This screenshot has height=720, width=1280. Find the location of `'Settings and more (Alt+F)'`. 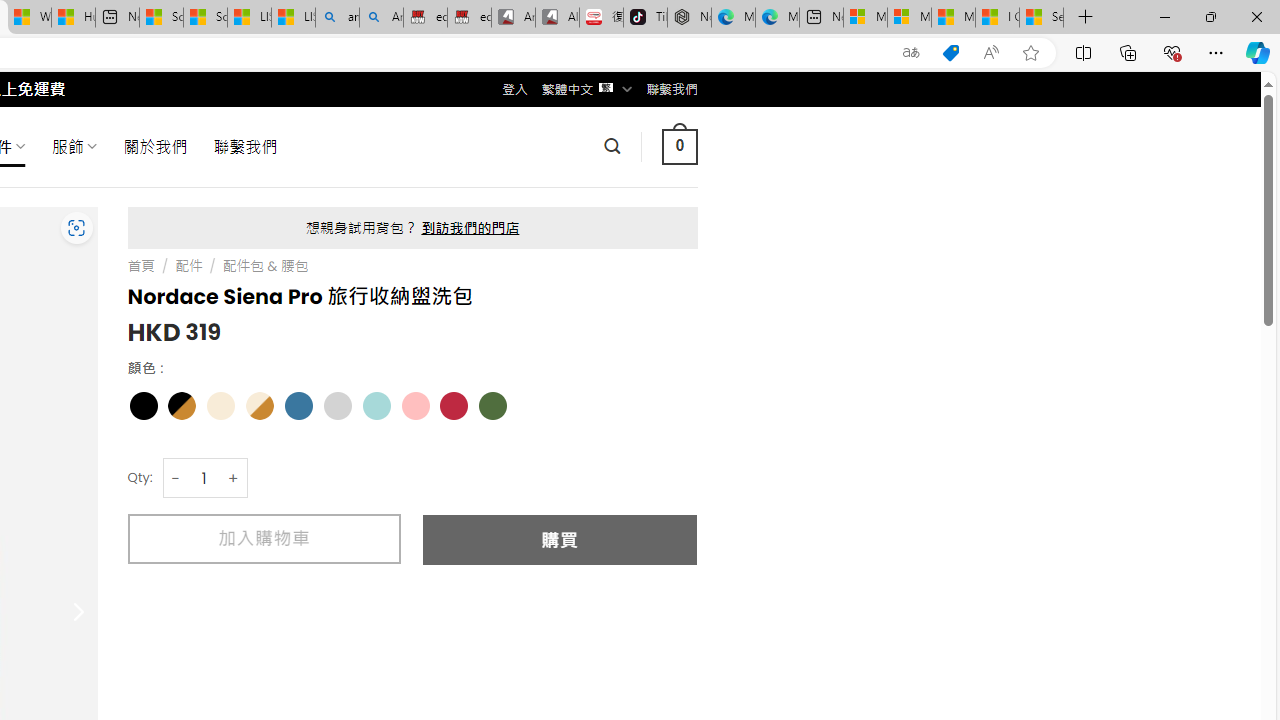

'Settings and more (Alt+F)' is located at coordinates (1215, 51).